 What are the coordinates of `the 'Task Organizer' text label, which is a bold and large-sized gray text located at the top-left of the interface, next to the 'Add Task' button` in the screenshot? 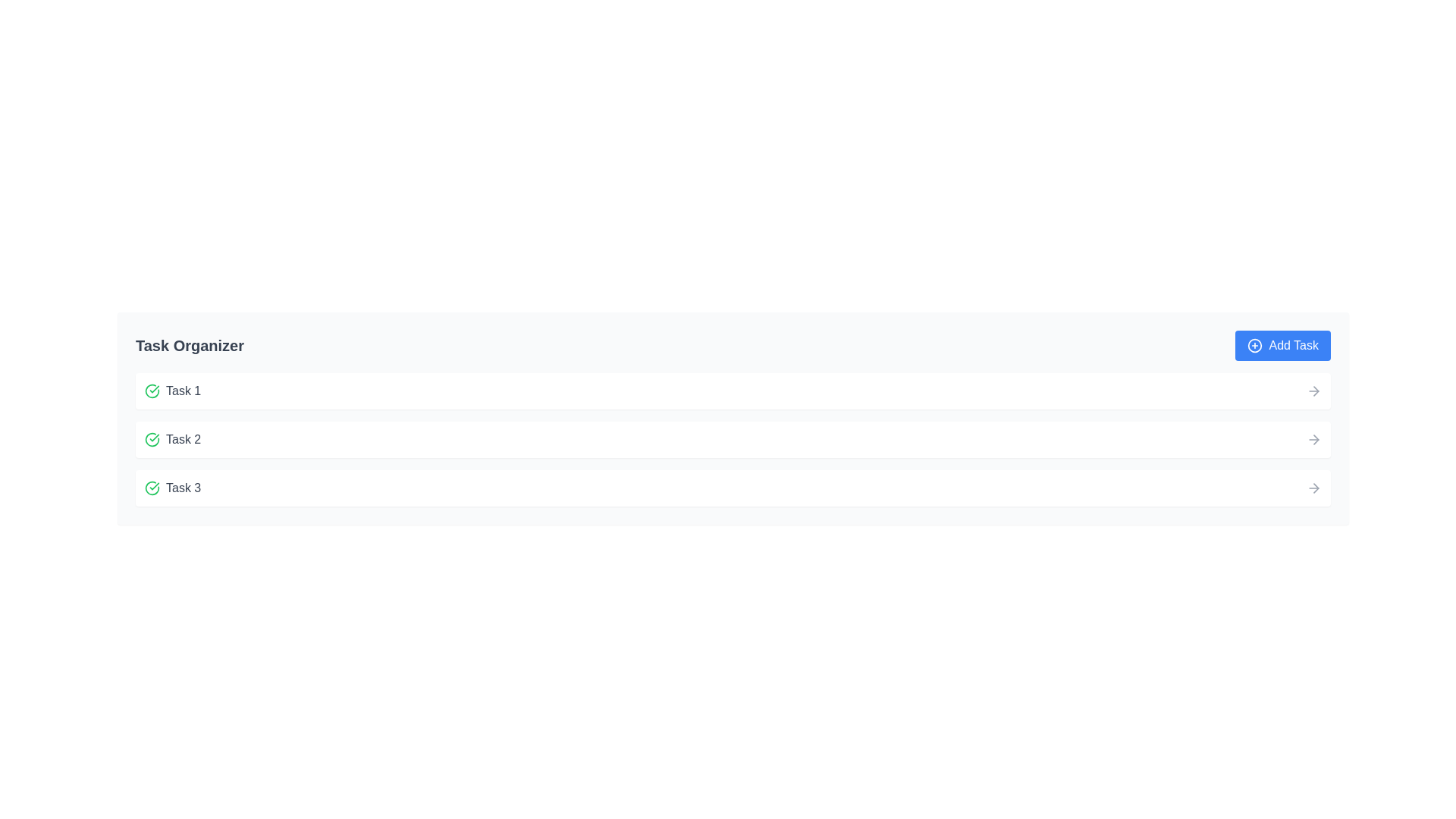 It's located at (189, 345).